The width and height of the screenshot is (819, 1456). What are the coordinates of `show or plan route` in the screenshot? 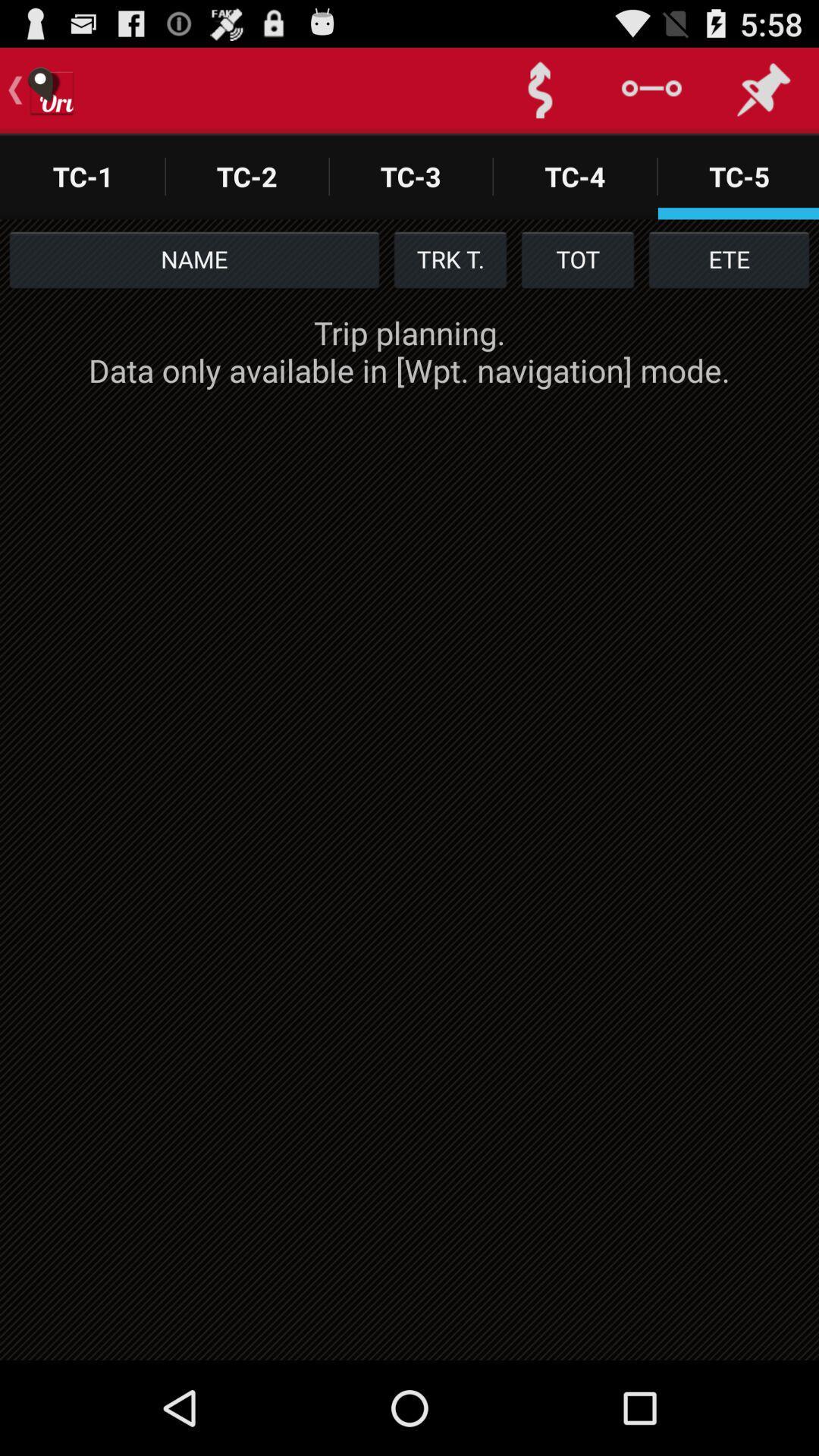 It's located at (539, 89).